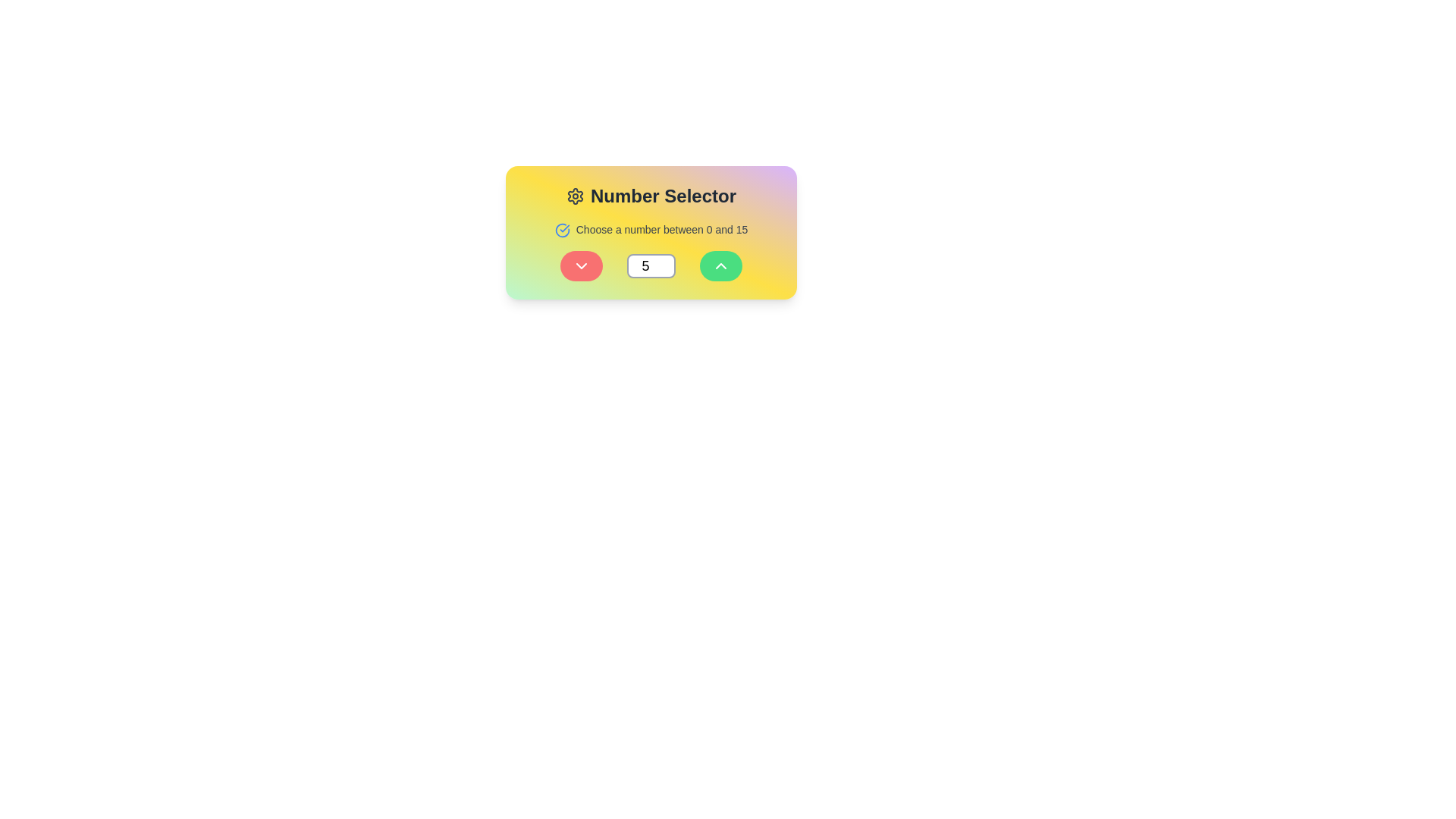  Describe the element at coordinates (651, 265) in the screenshot. I see `the numeric input field, which allows users to select or edit a number between 0 and 15` at that location.